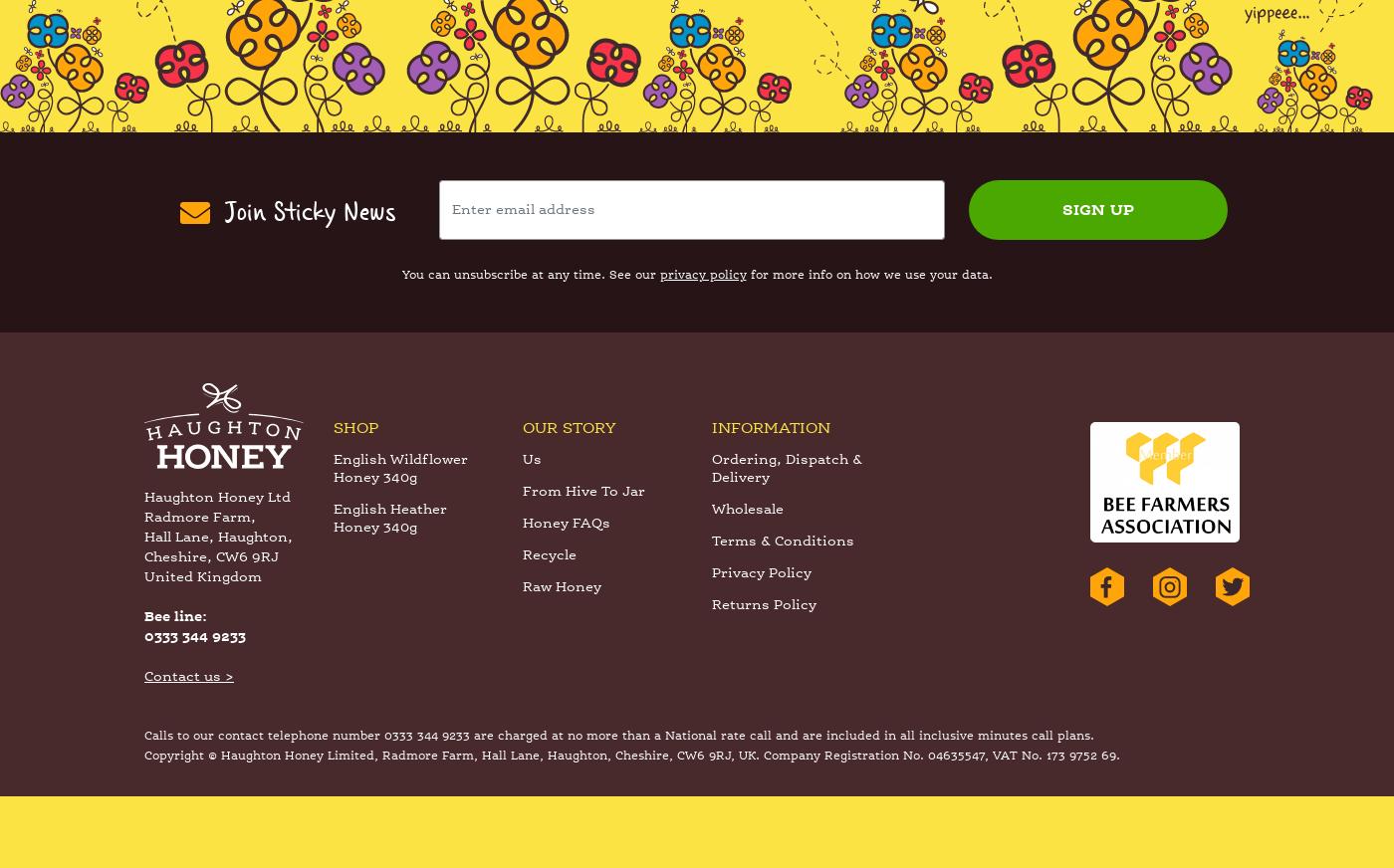 The image size is (1394, 868). I want to click on 'Shop', so click(355, 501).